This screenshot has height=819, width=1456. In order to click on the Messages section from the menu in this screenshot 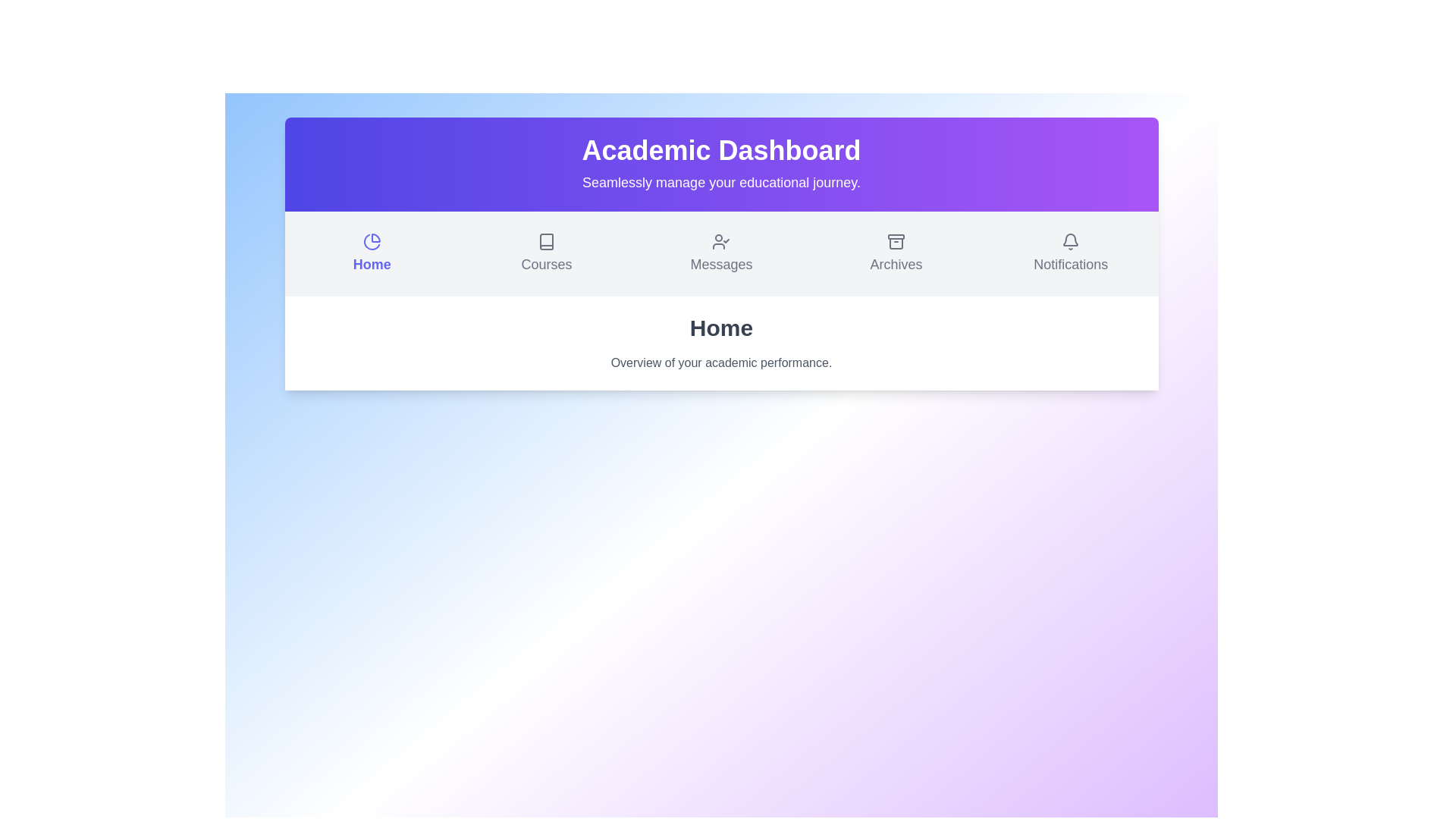, I will do `click(720, 253)`.